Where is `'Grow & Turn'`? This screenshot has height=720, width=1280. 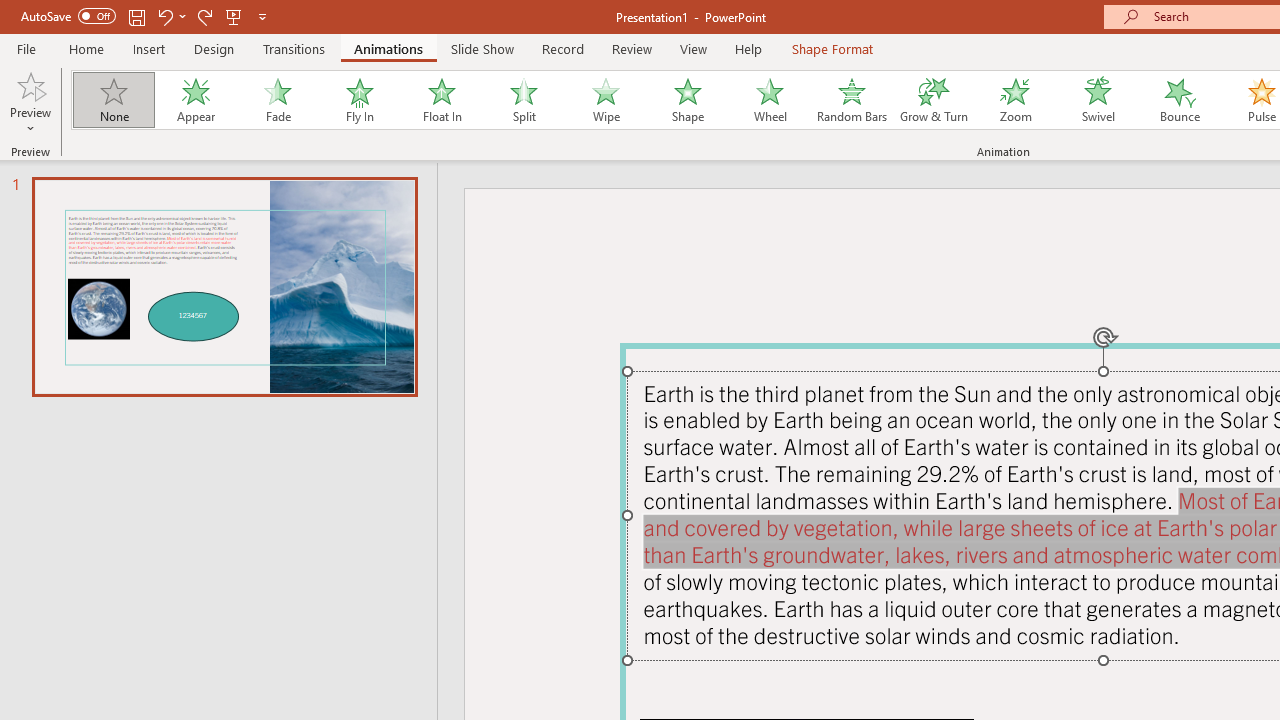
'Grow & Turn' is located at coordinates (933, 100).